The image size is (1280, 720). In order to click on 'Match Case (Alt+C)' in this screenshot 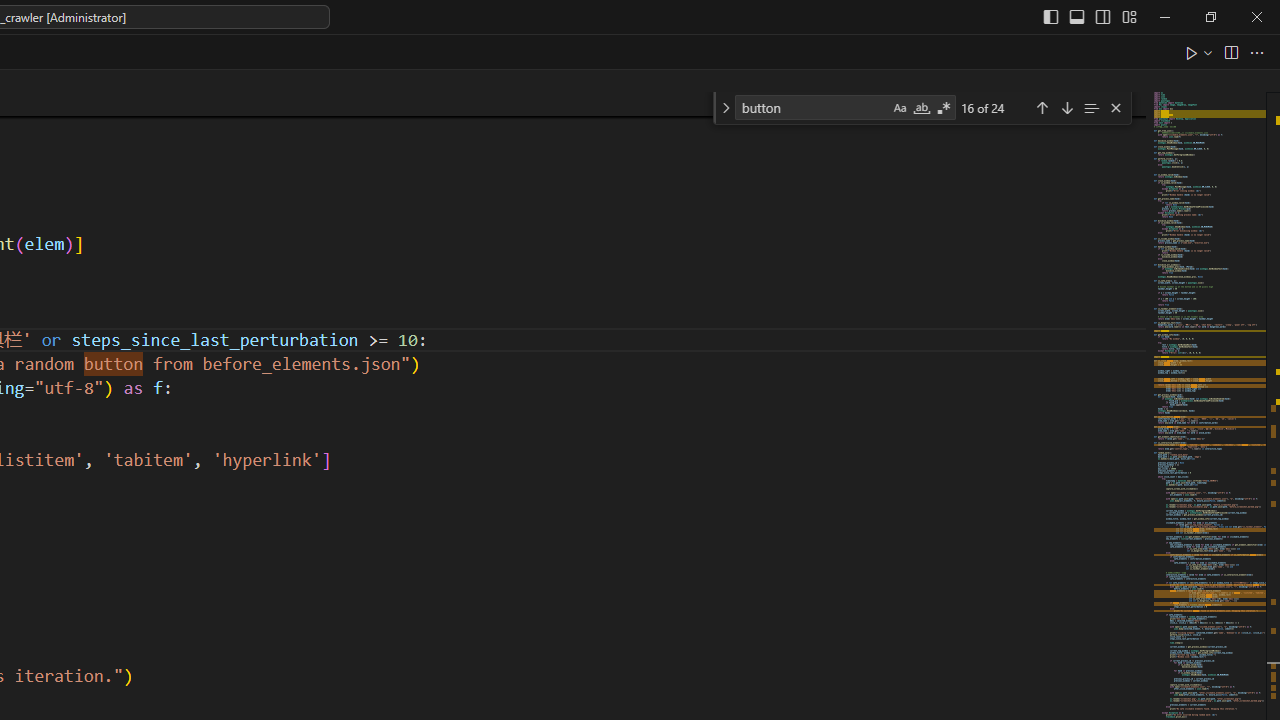, I will do `click(898, 108)`.